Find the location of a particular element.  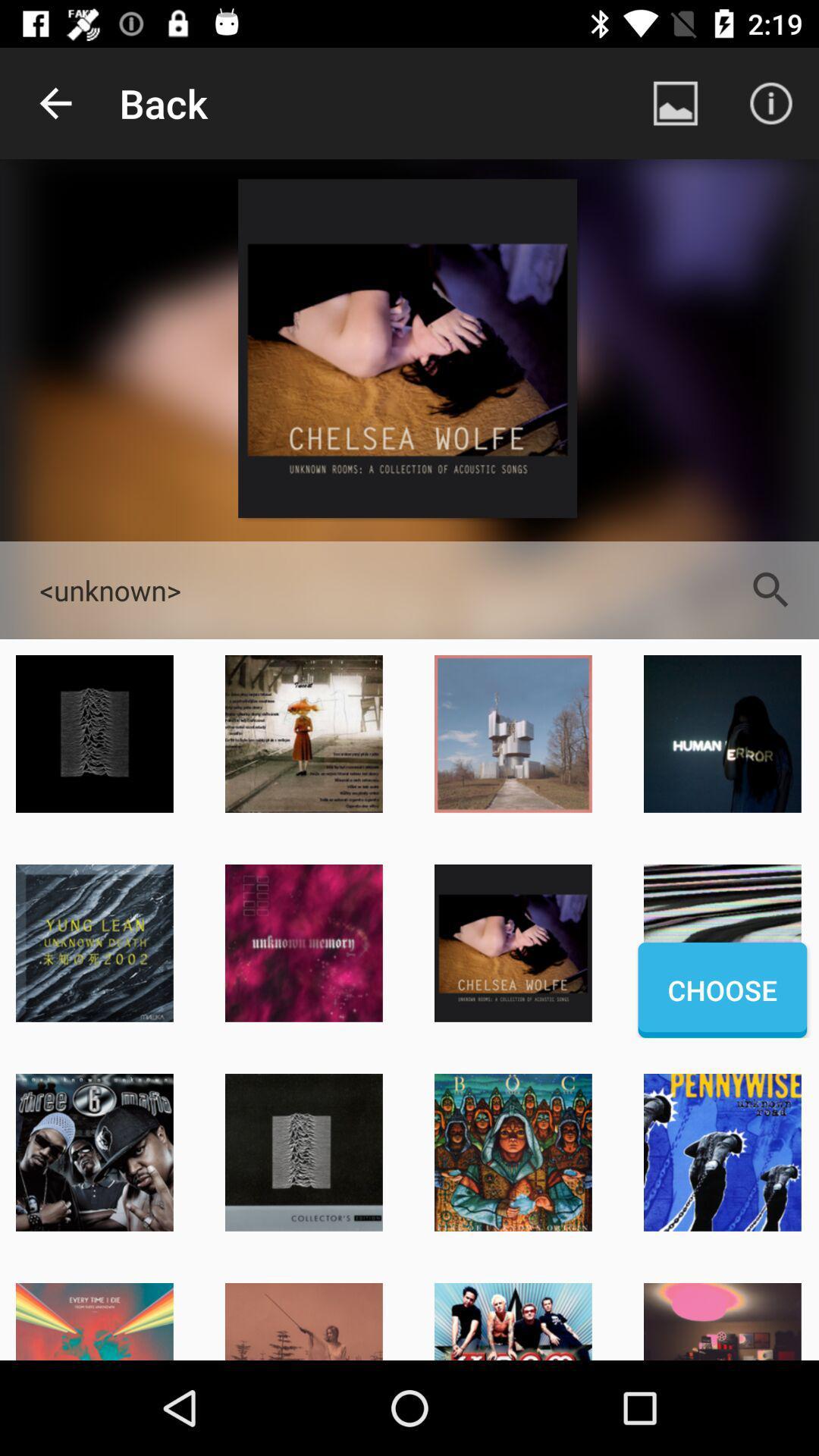

the icon to the left of back icon is located at coordinates (55, 102).